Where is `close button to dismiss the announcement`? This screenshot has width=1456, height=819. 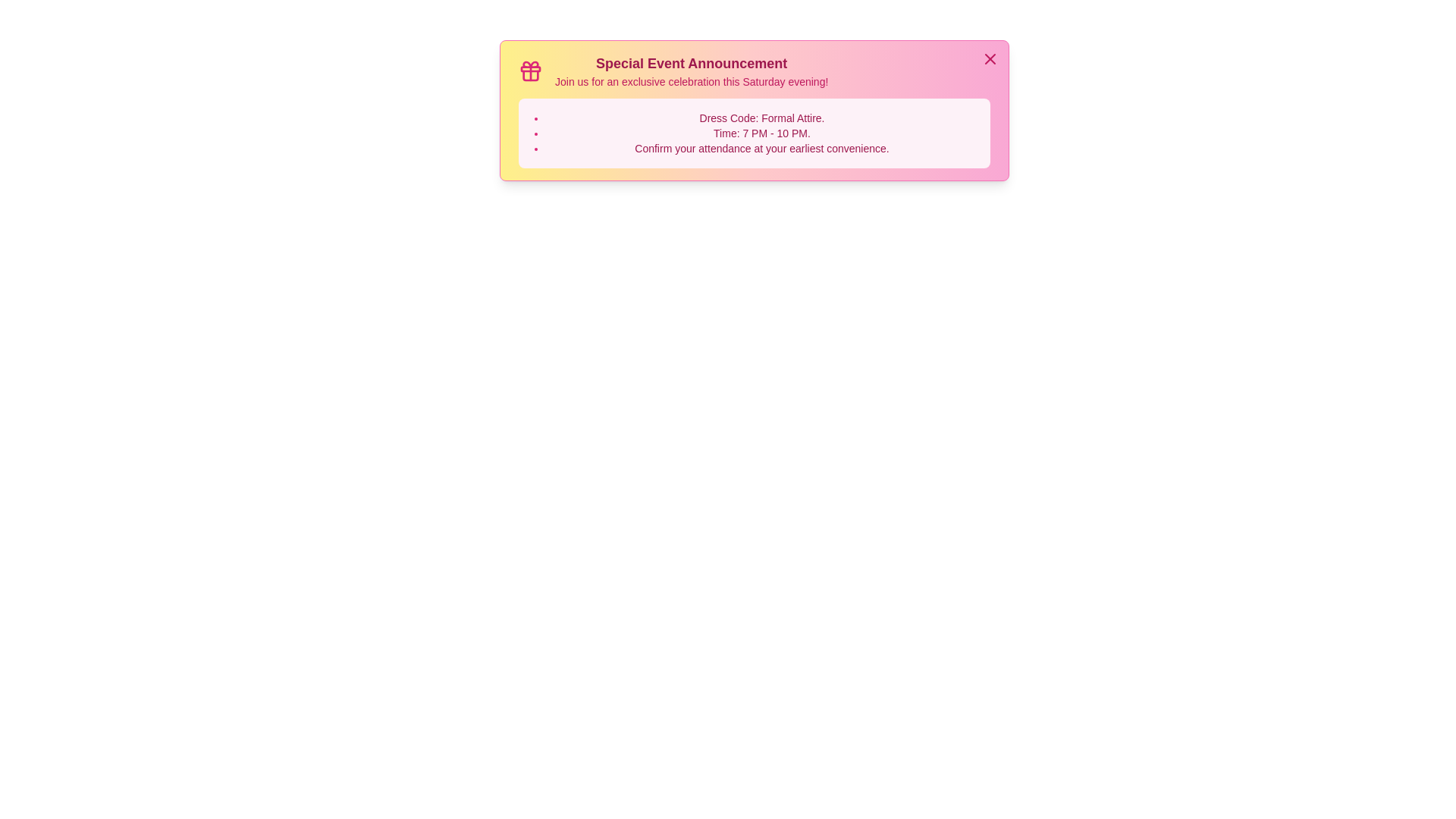
close button to dismiss the announcement is located at coordinates (990, 58).